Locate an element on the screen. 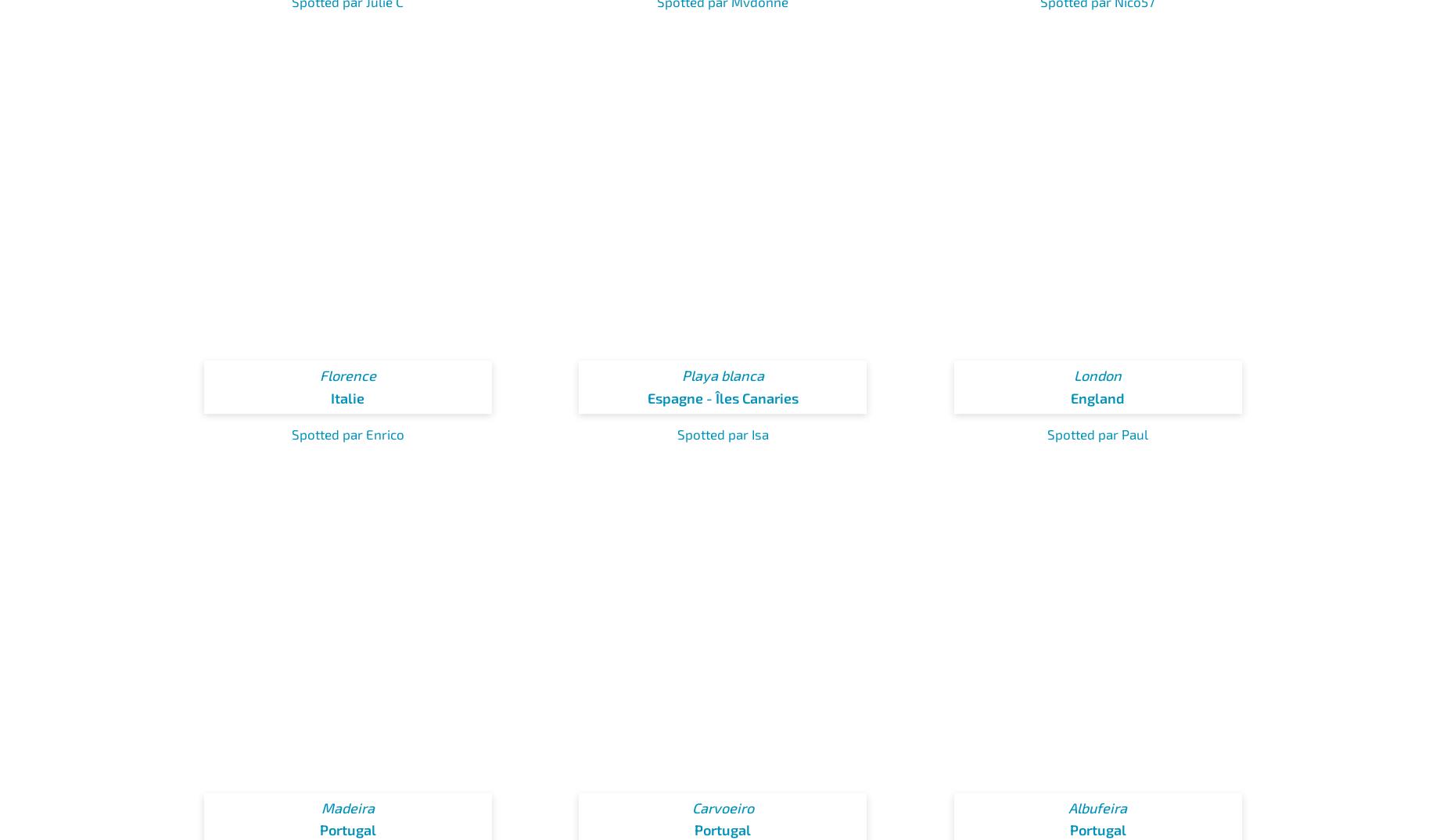  'Madeira' is located at coordinates (346, 807).